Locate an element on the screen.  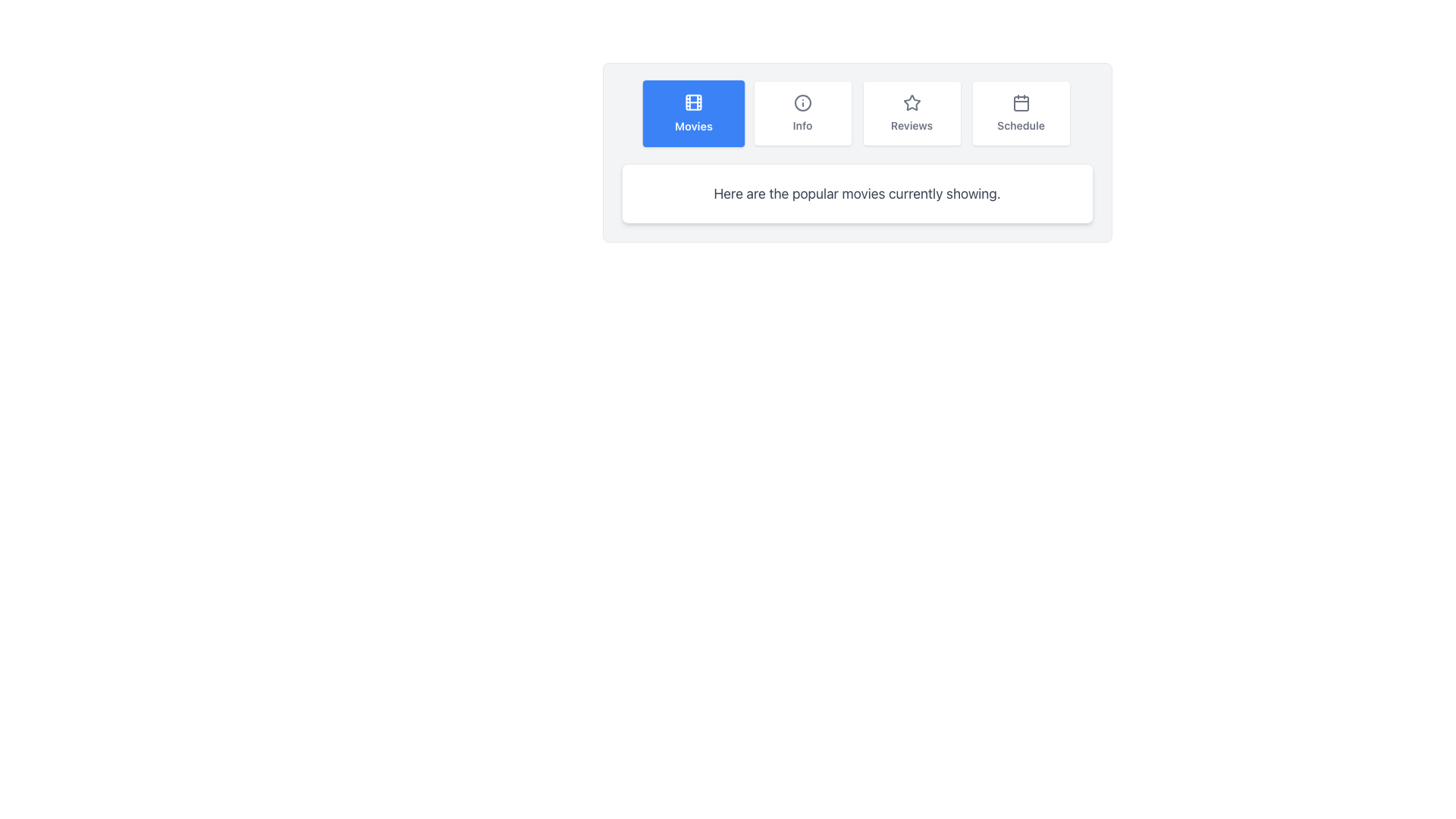
the 'Schedule' icon located in the rightmost panel, which is directly above the text label 'Schedule' is located at coordinates (1021, 102).